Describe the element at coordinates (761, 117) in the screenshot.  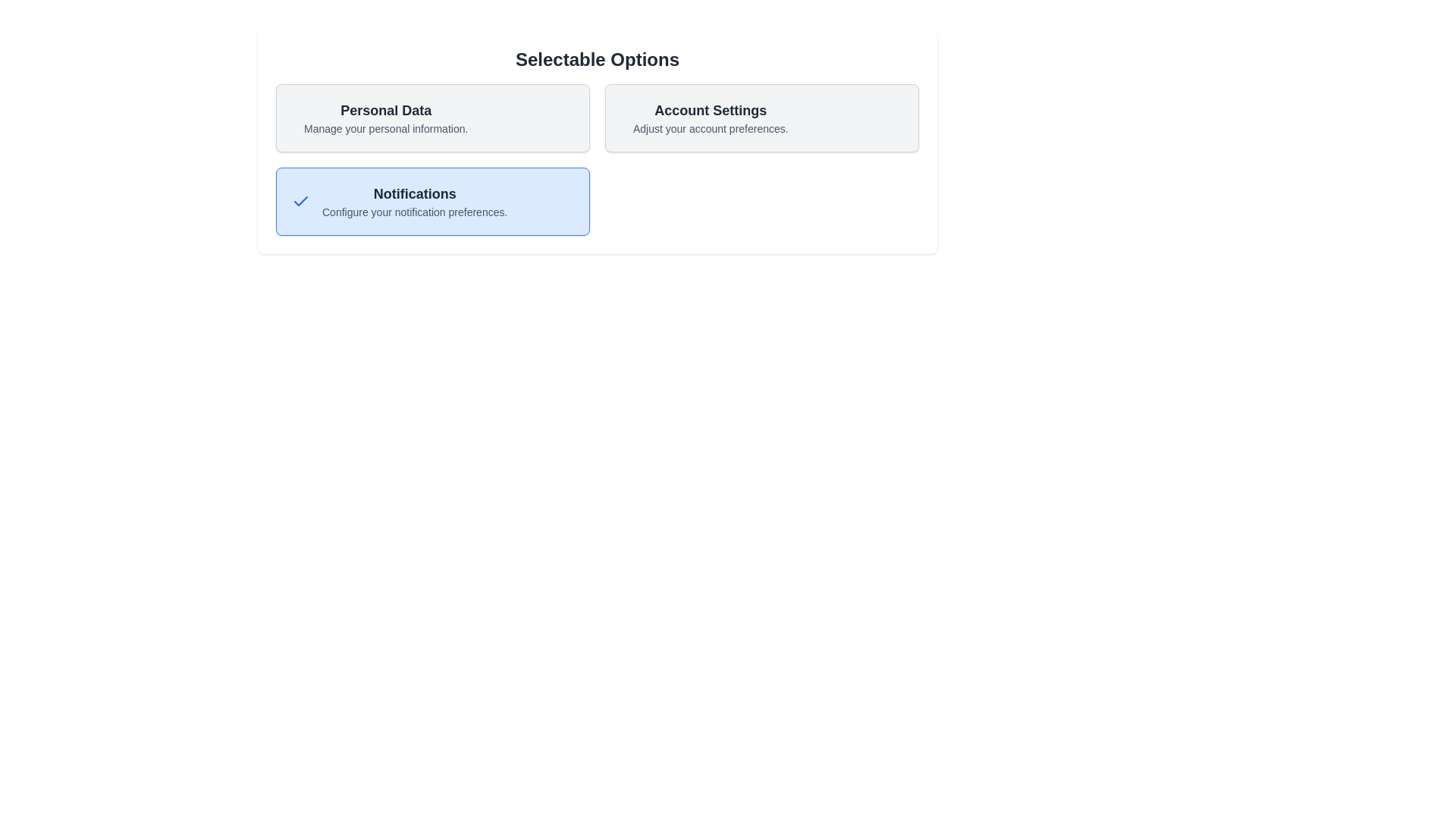
I see `the 'Account Settings' card, which is the second card in a grid layout` at that location.